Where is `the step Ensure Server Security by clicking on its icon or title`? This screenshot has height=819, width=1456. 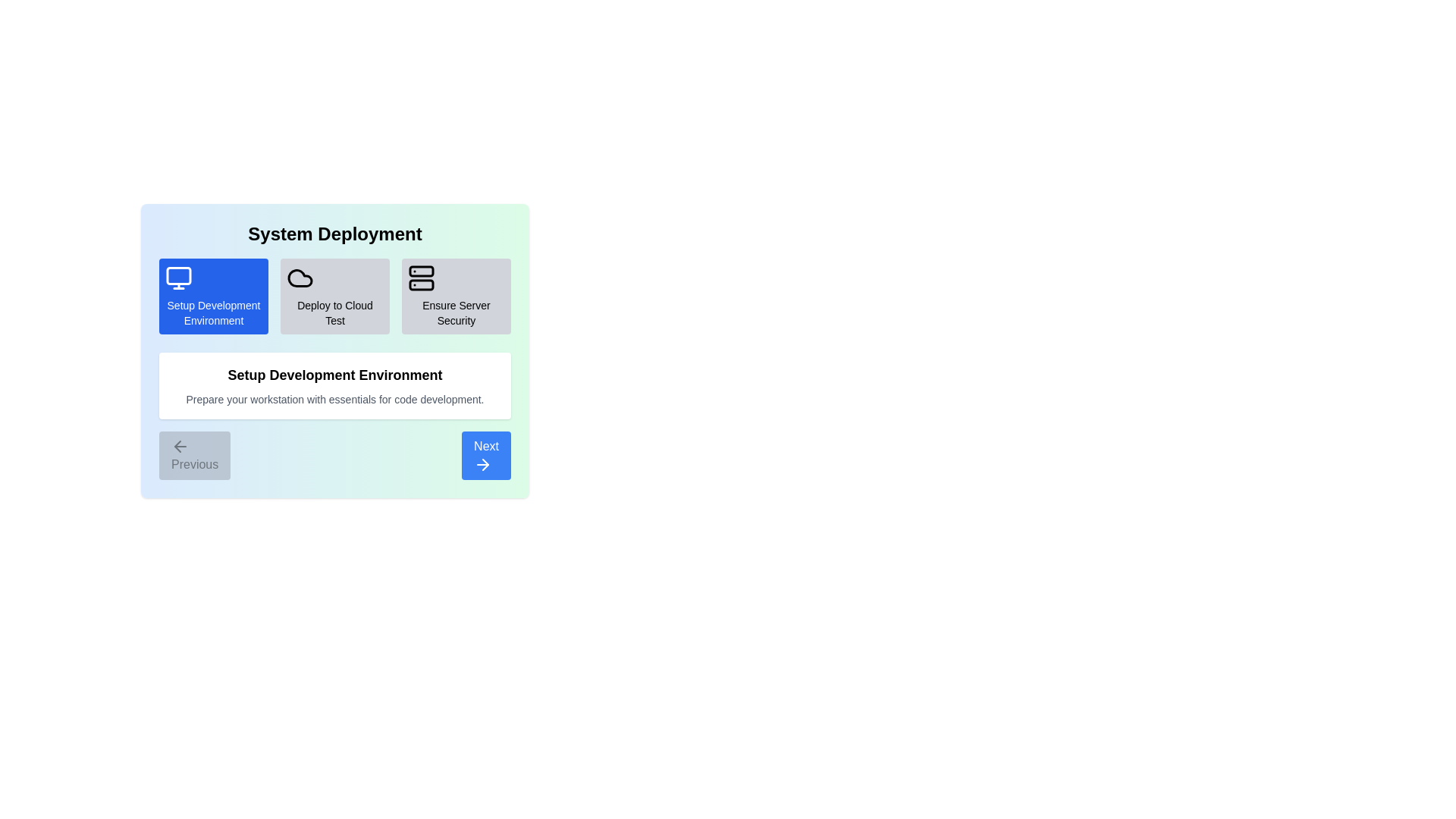 the step Ensure Server Security by clicking on its icon or title is located at coordinates (455, 296).